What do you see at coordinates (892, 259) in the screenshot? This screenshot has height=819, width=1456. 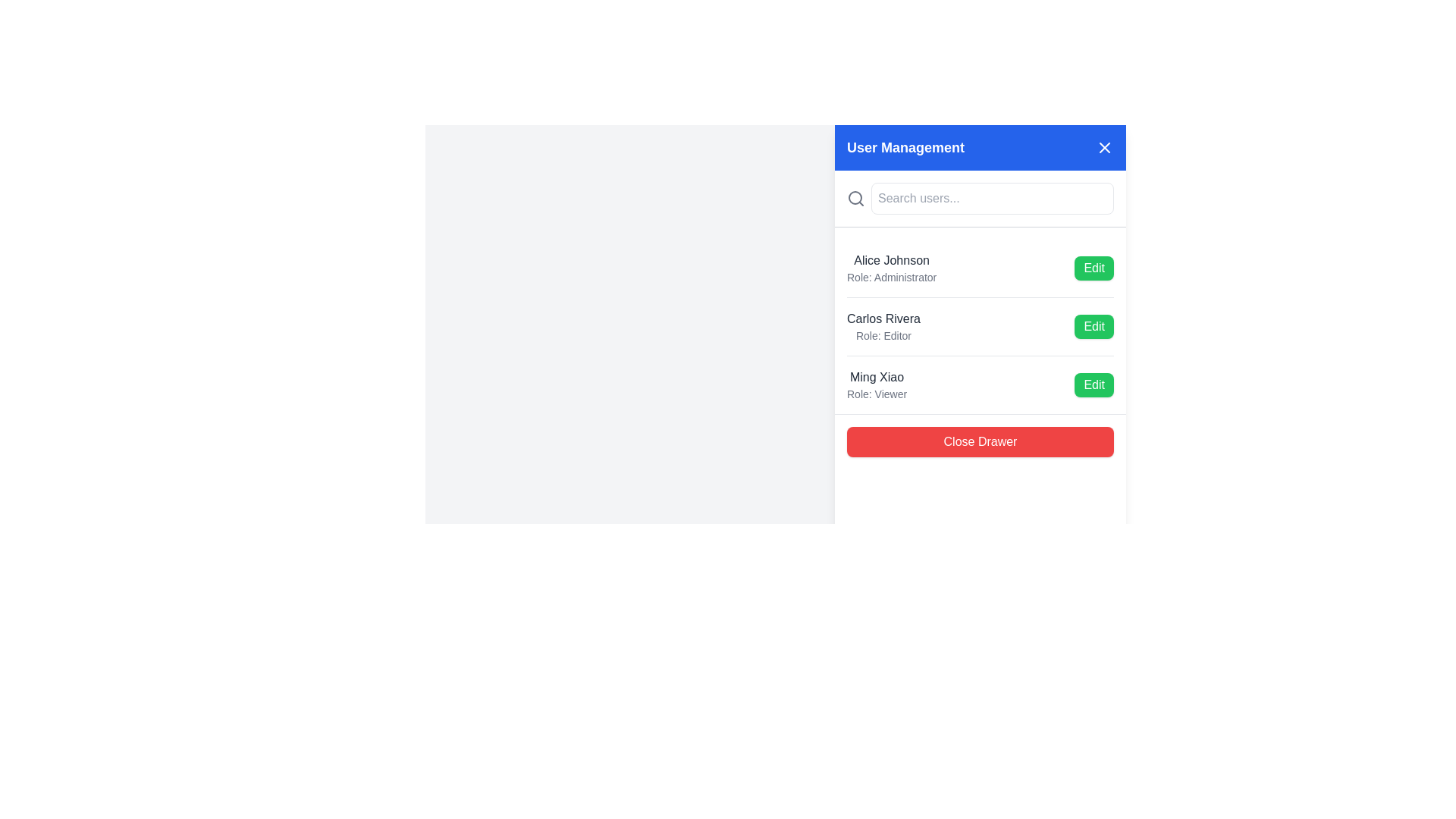 I see `the text label displaying 'Alice Johnson', which is formatted in medium font weight and dark gray color, located near the top left of the user list section` at bounding box center [892, 259].